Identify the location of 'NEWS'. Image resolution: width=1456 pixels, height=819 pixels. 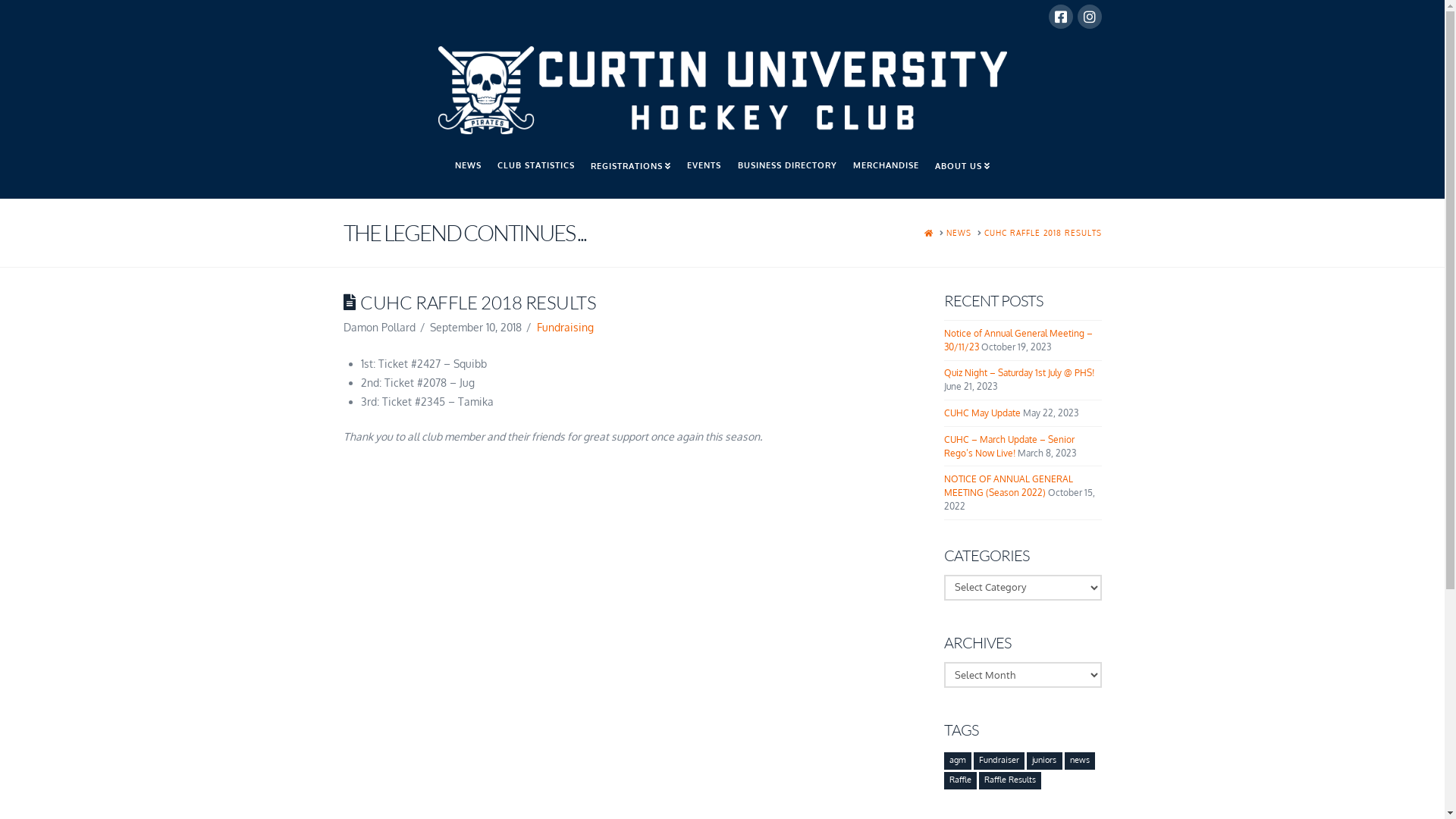
(446, 171).